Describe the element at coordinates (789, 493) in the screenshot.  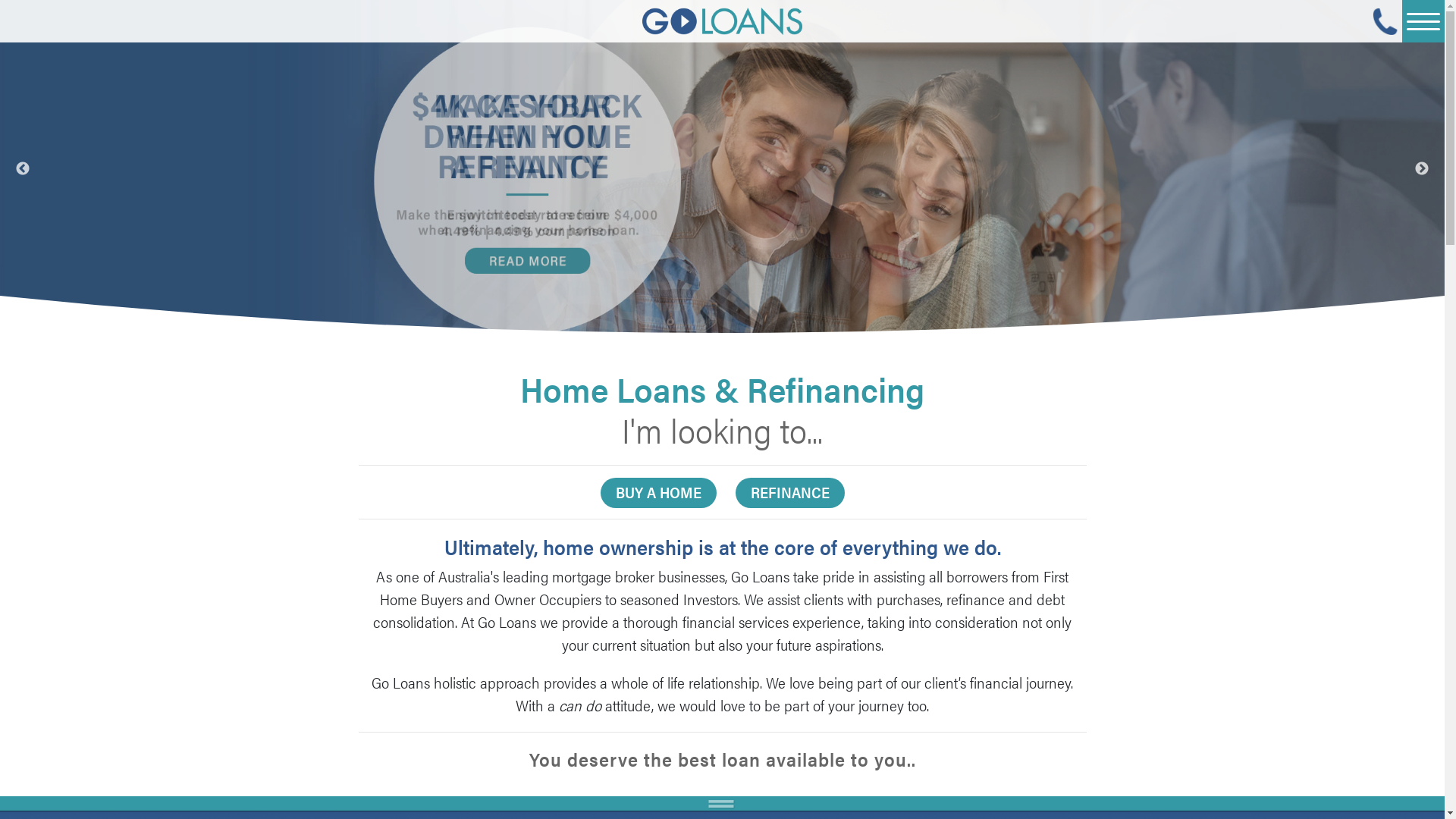
I see `'REFINANCE'` at that location.